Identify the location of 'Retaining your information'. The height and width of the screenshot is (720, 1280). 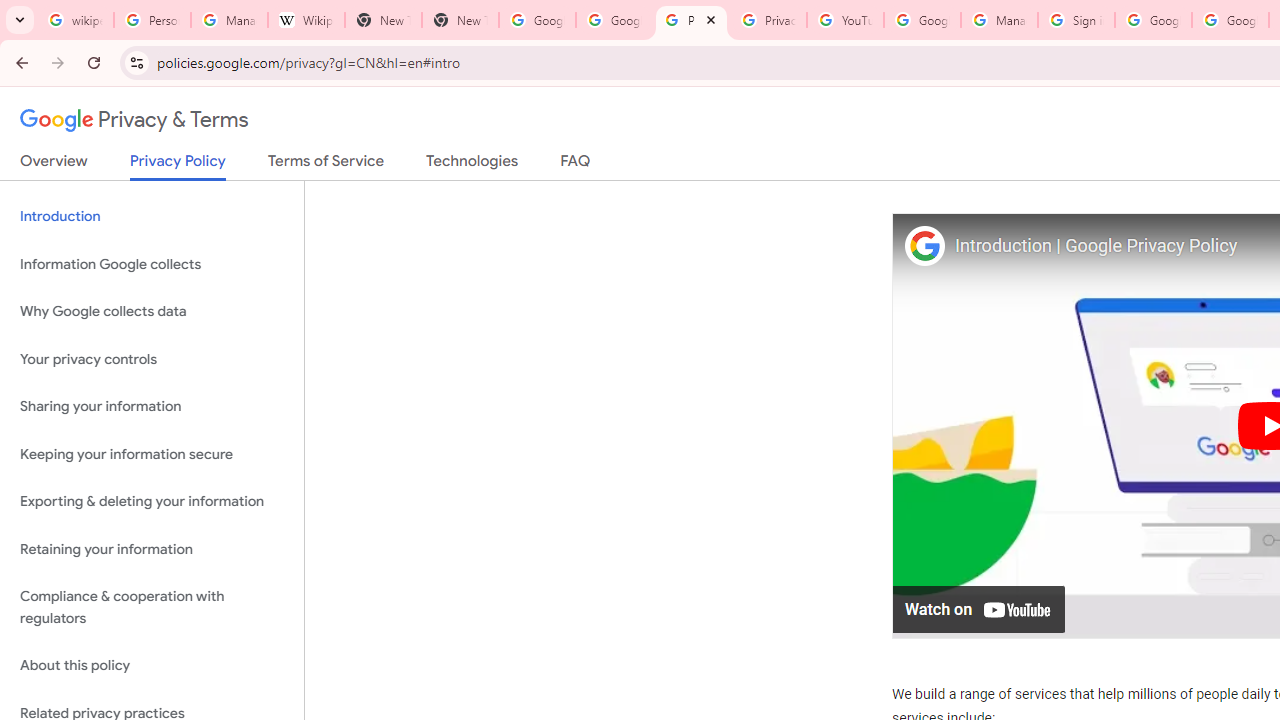
(151, 549).